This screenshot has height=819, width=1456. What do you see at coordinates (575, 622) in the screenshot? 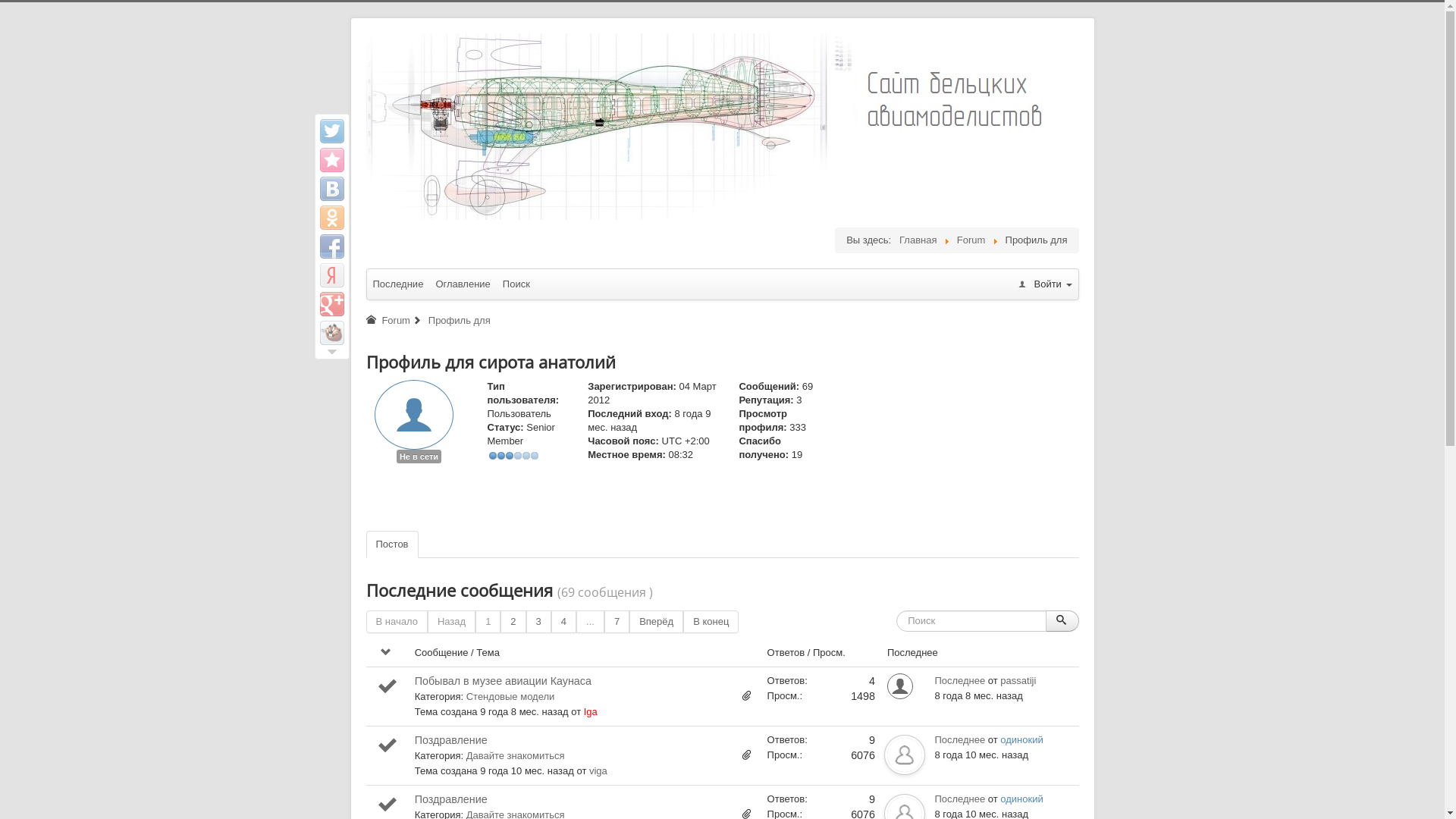
I see `'...'` at bounding box center [575, 622].